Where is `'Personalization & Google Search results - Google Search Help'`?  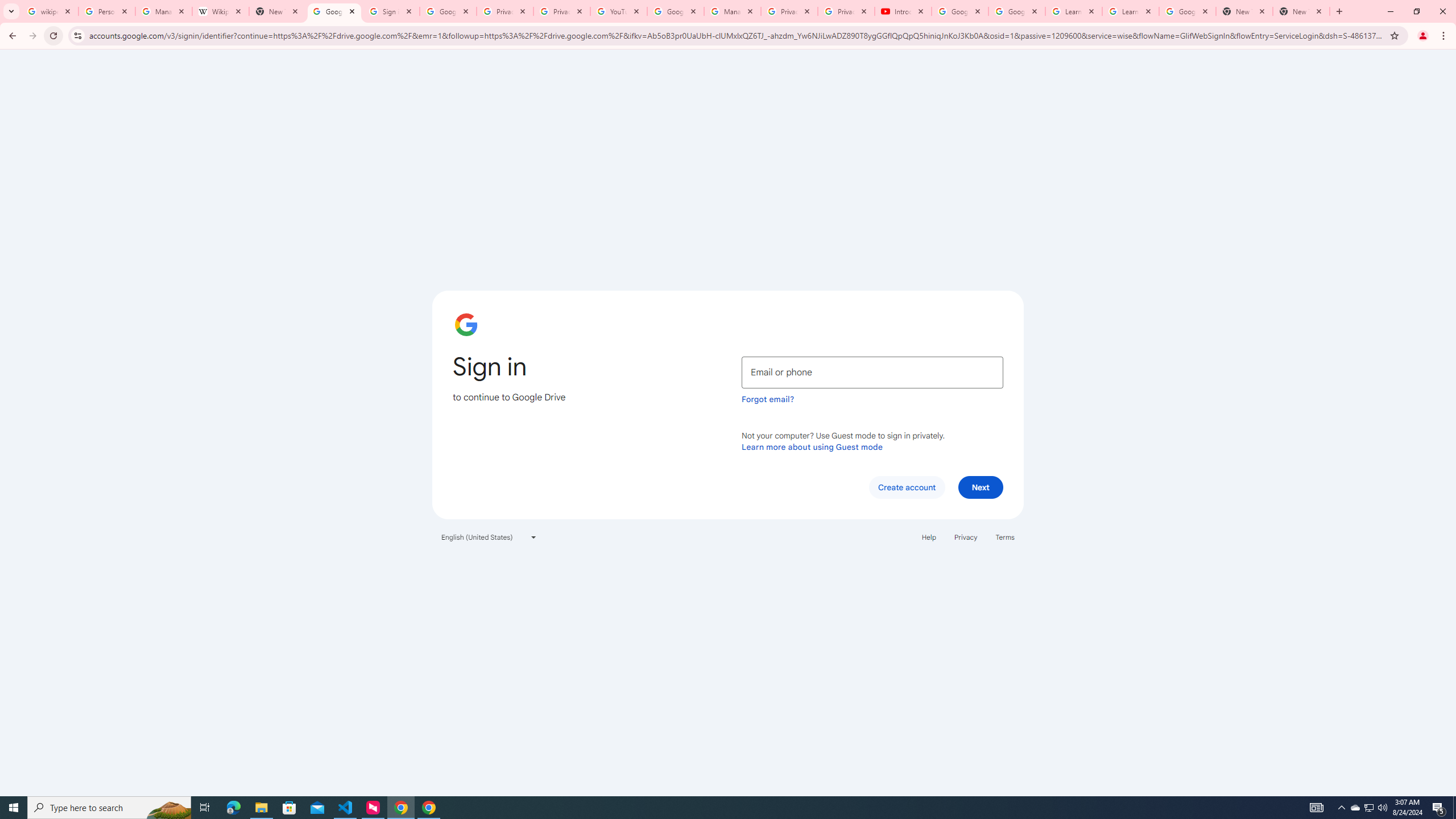 'Personalization & Google Search results - Google Search Help' is located at coordinates (106, 11).